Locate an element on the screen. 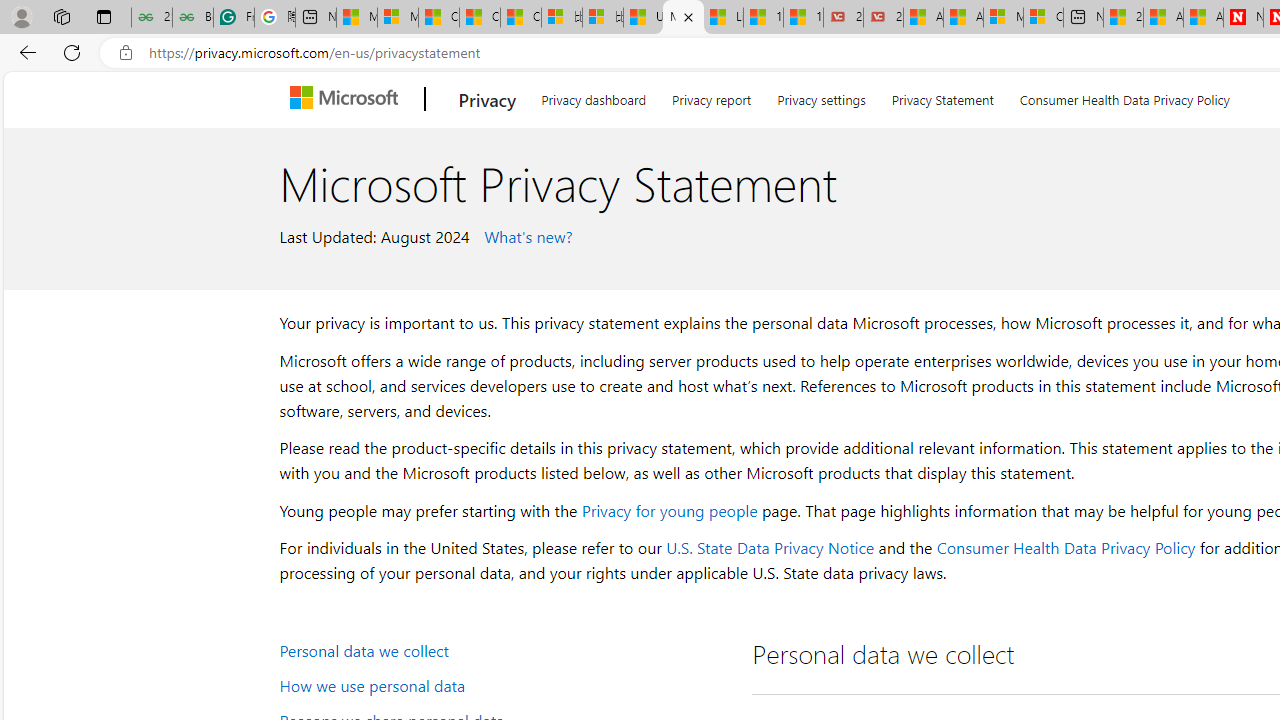 Image resolution: width=1280 pixels, height=720 pixels. '15 Ways Modern Life Contradicts the Teachings of Jesus' is located at coordinates (803, 17).